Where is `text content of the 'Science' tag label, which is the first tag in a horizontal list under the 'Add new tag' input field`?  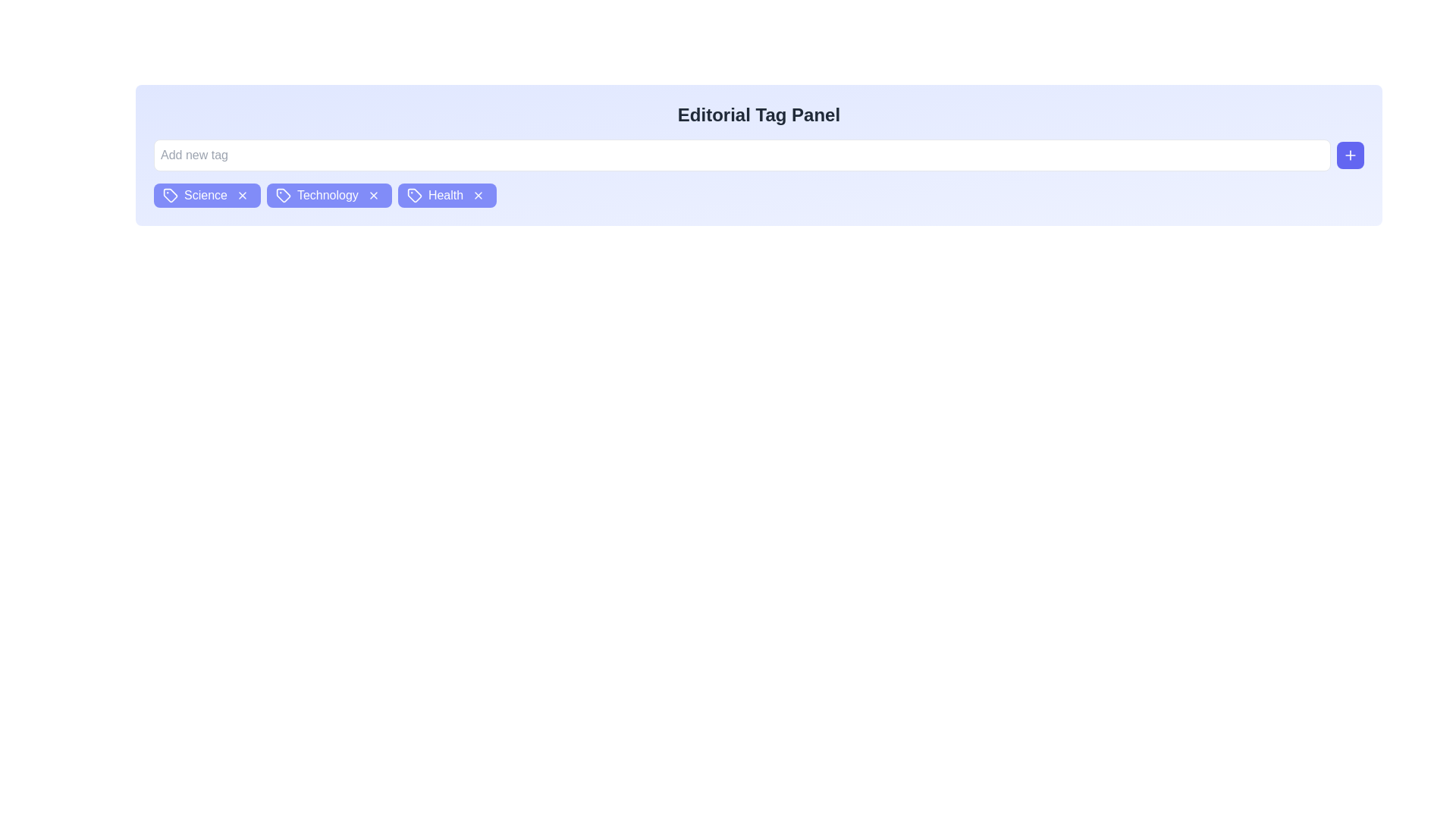
text content of the 'Science' tag label, which is the first tag in a horizontal list under the 'Add new tag' input field is located at coordinates (205, 195).